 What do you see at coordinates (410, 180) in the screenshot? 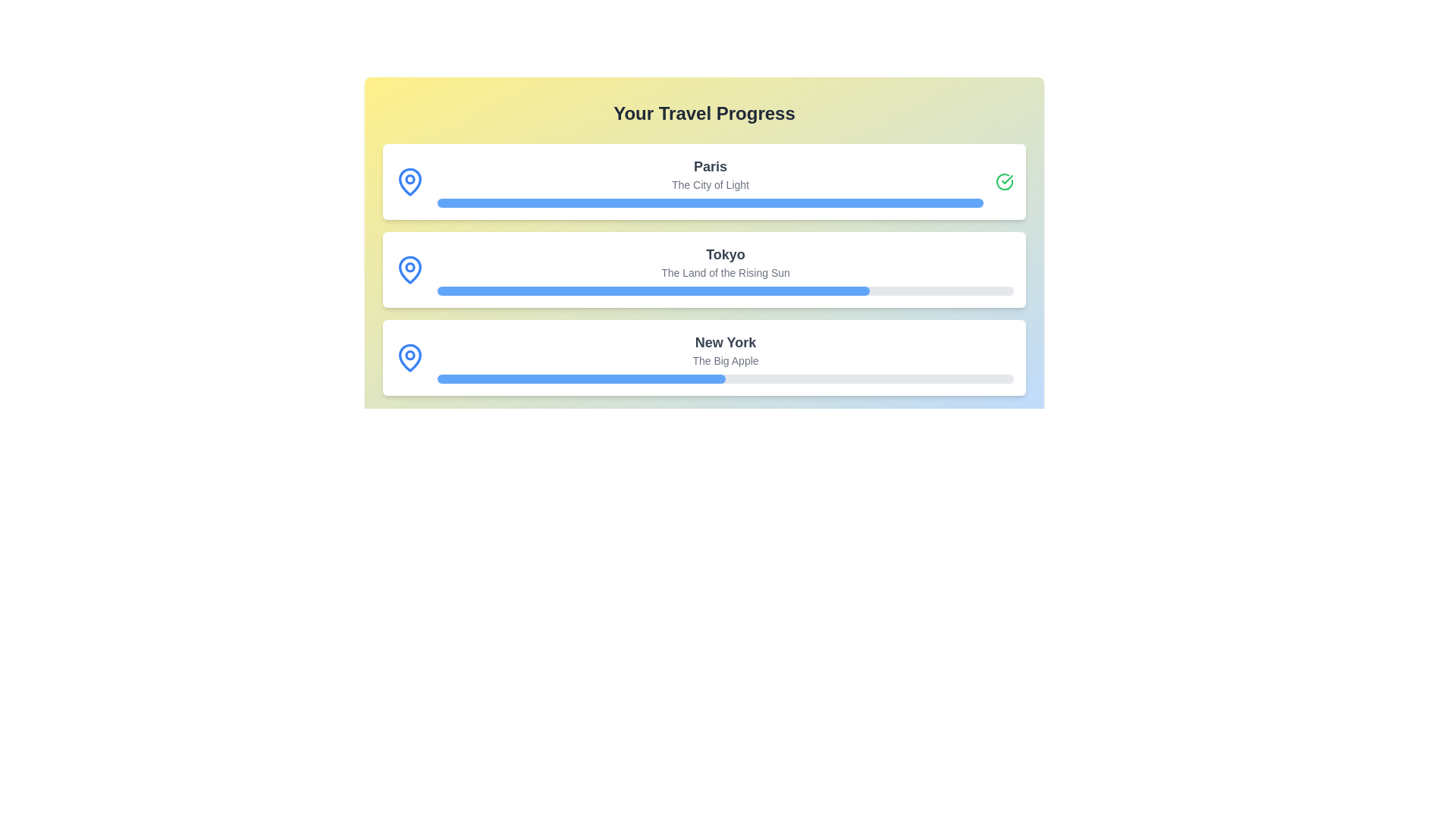
I see `the lower part of the blue map pin icon located in the first row of the travel progress list, adjacent to the text 'Paris'` at bounding box center [410, 180].